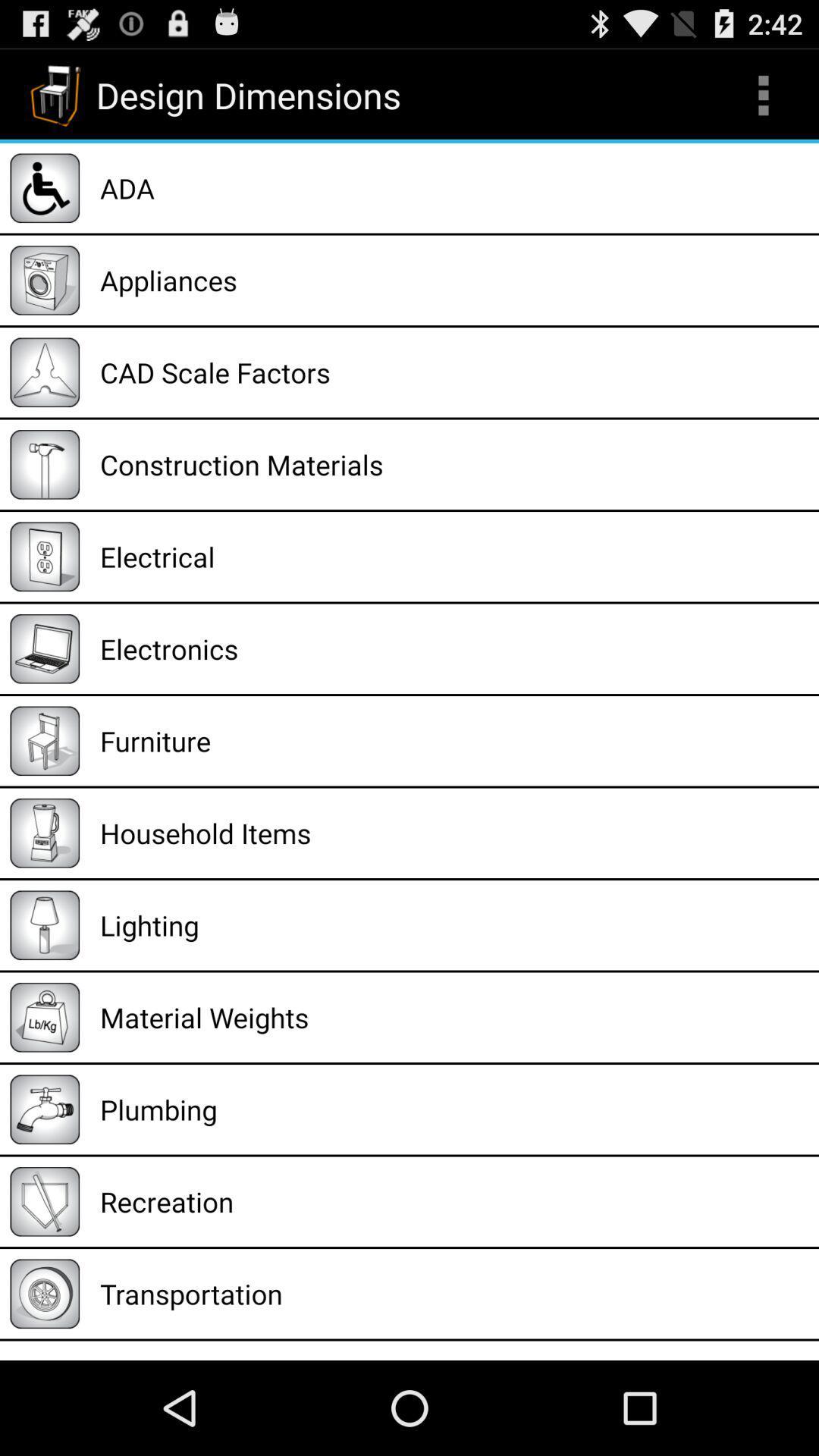 The width and height of the screenshot is (819, 1456). I want to click on lighting app, so click(453, 924).